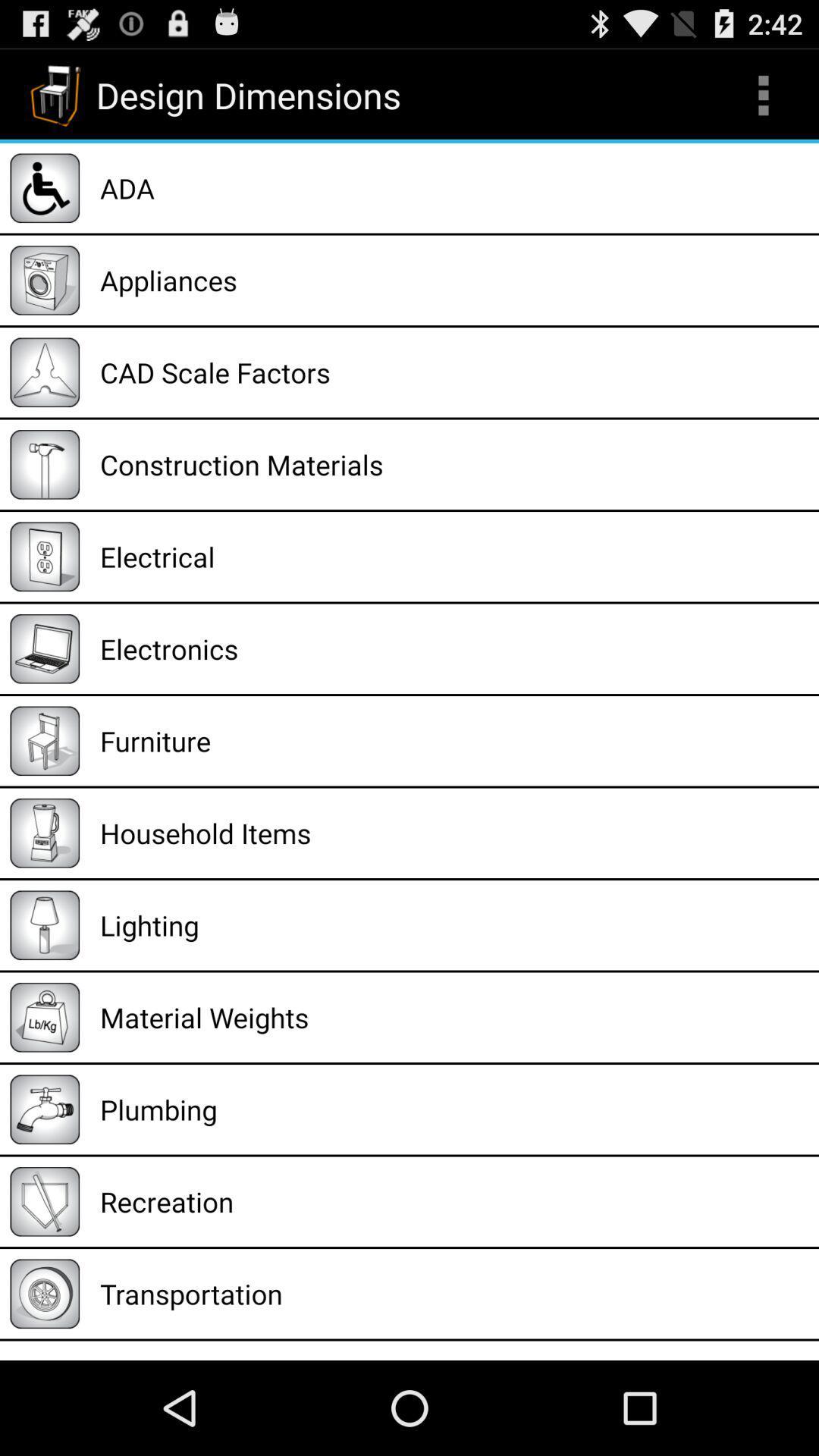 The width and height of the screenshot is (819, 1456). I want to click on lighting app, so click(453, 924).